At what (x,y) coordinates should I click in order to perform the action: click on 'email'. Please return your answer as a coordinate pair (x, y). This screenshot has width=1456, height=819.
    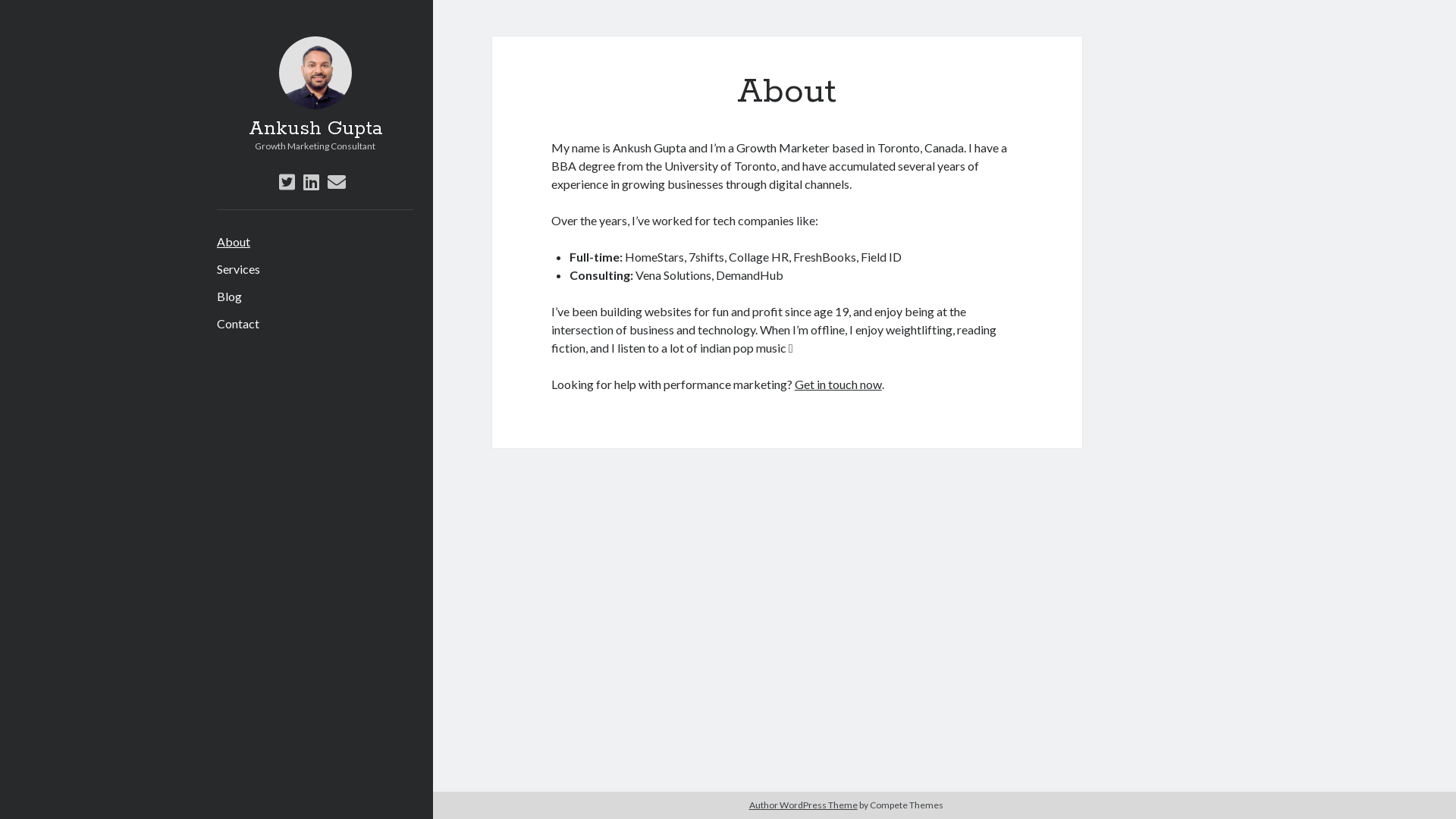
    Looking at the image, I should click on (336, 180).